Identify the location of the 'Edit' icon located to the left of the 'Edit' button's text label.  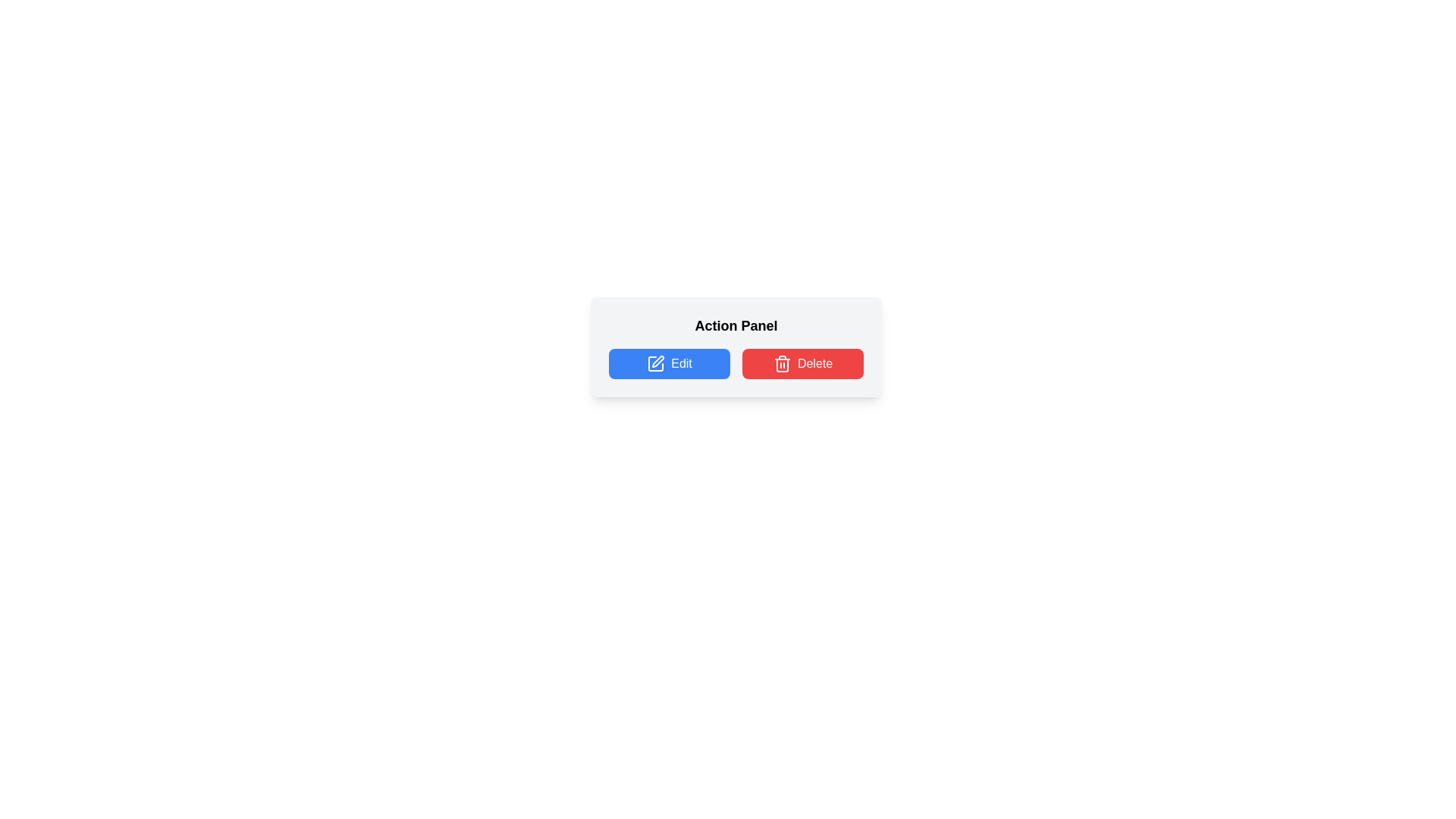
(656, 363).